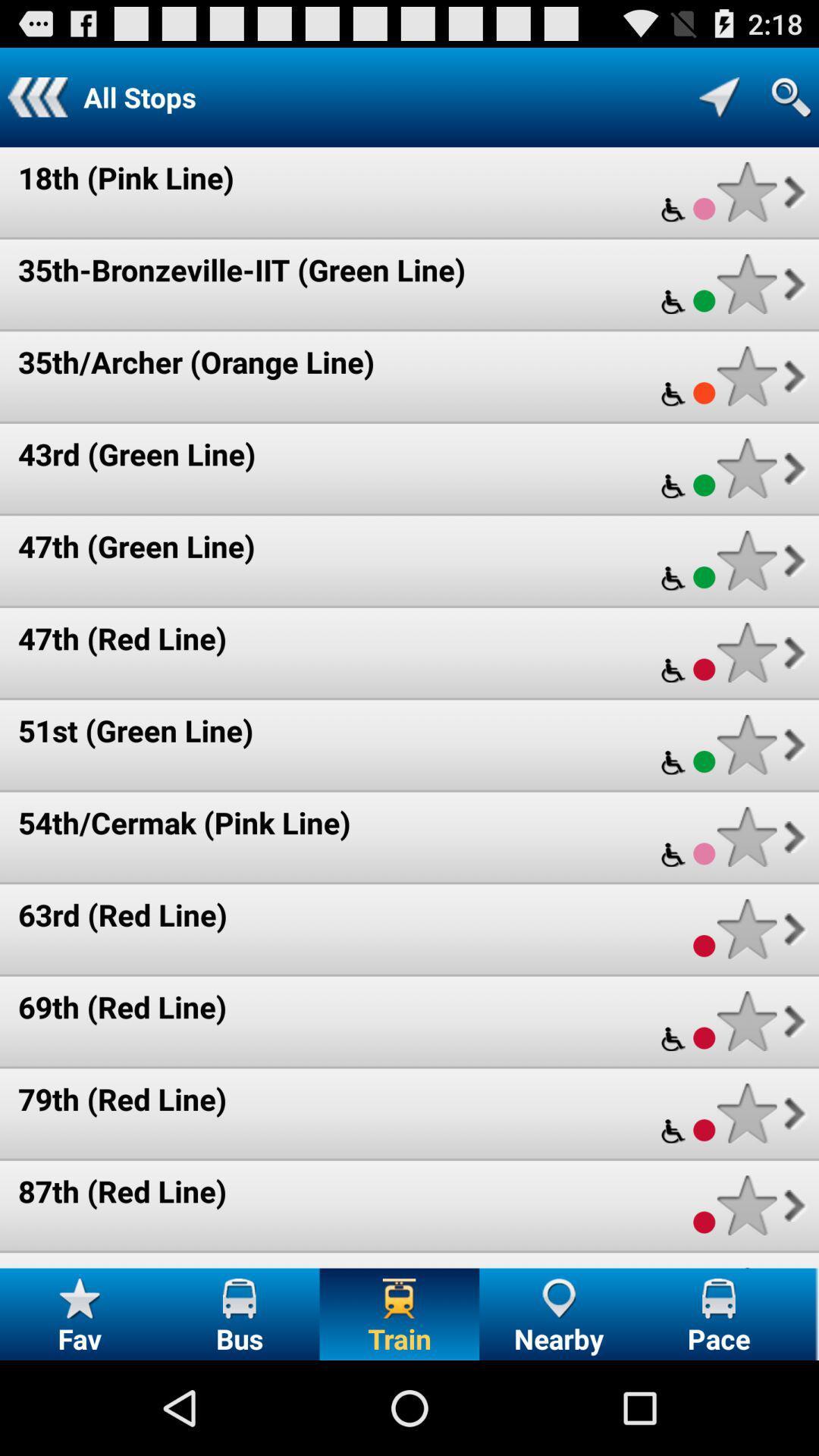  I want to click on item to the left of all stops icon, so click(36, 96).